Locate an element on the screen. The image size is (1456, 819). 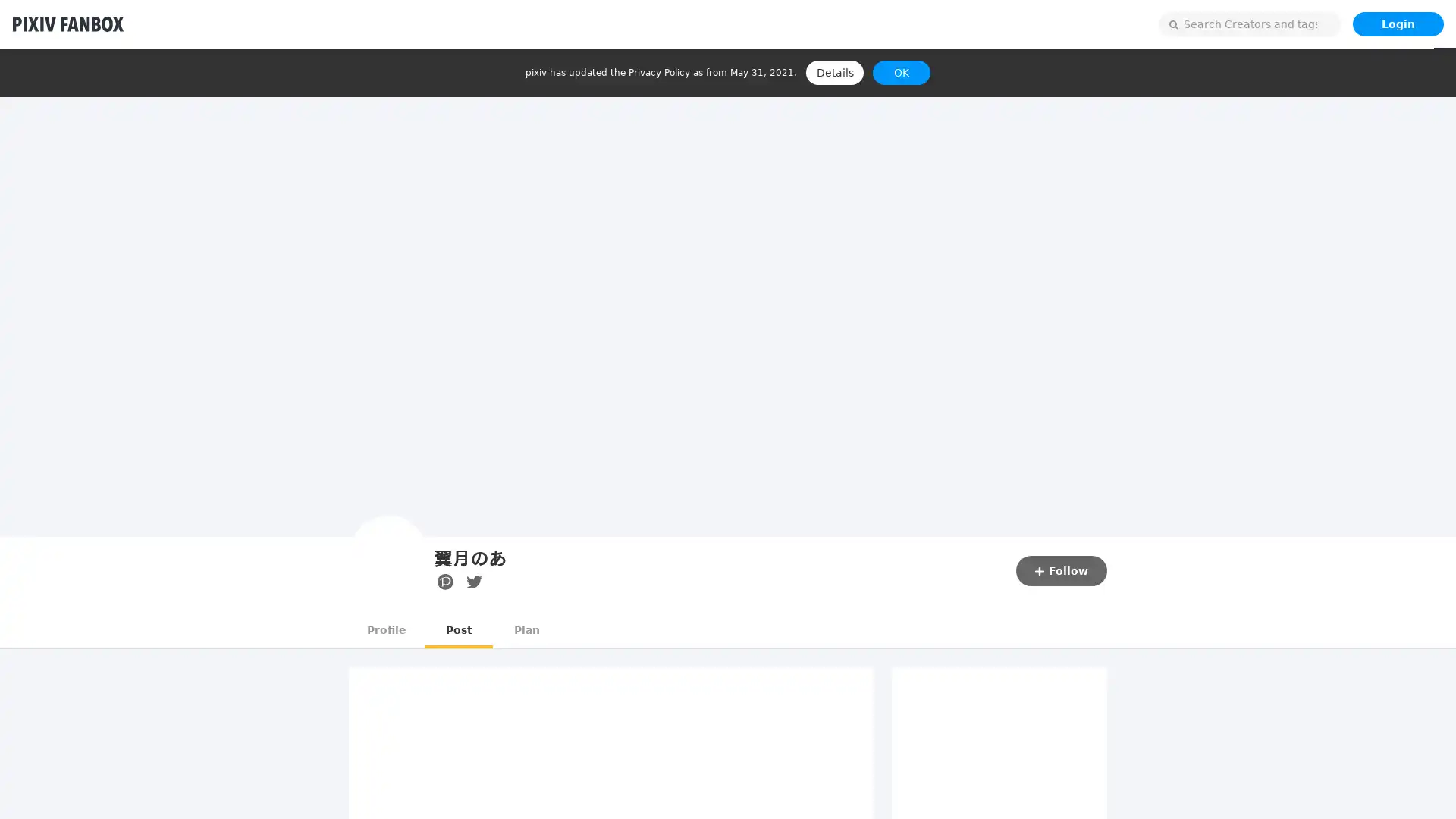
Login is located at coordinates (1397, 24).